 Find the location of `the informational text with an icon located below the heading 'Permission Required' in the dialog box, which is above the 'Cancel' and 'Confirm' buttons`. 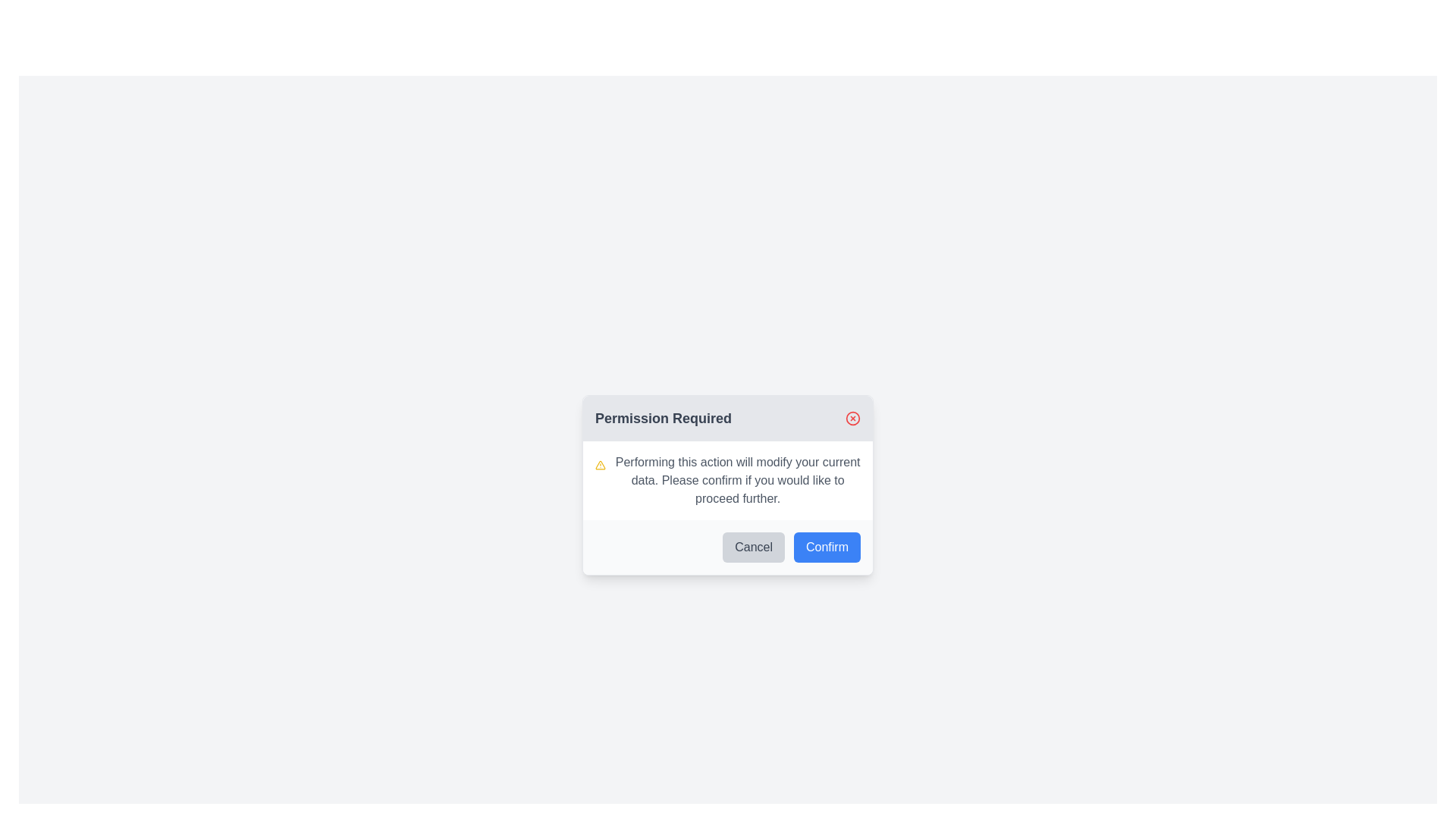

the informational text with an icon located below the heading 'Permission Required' in the dialog box, which is above the 'Cancel' and 'Confirm' buttons is located at coordinates (728, 480).